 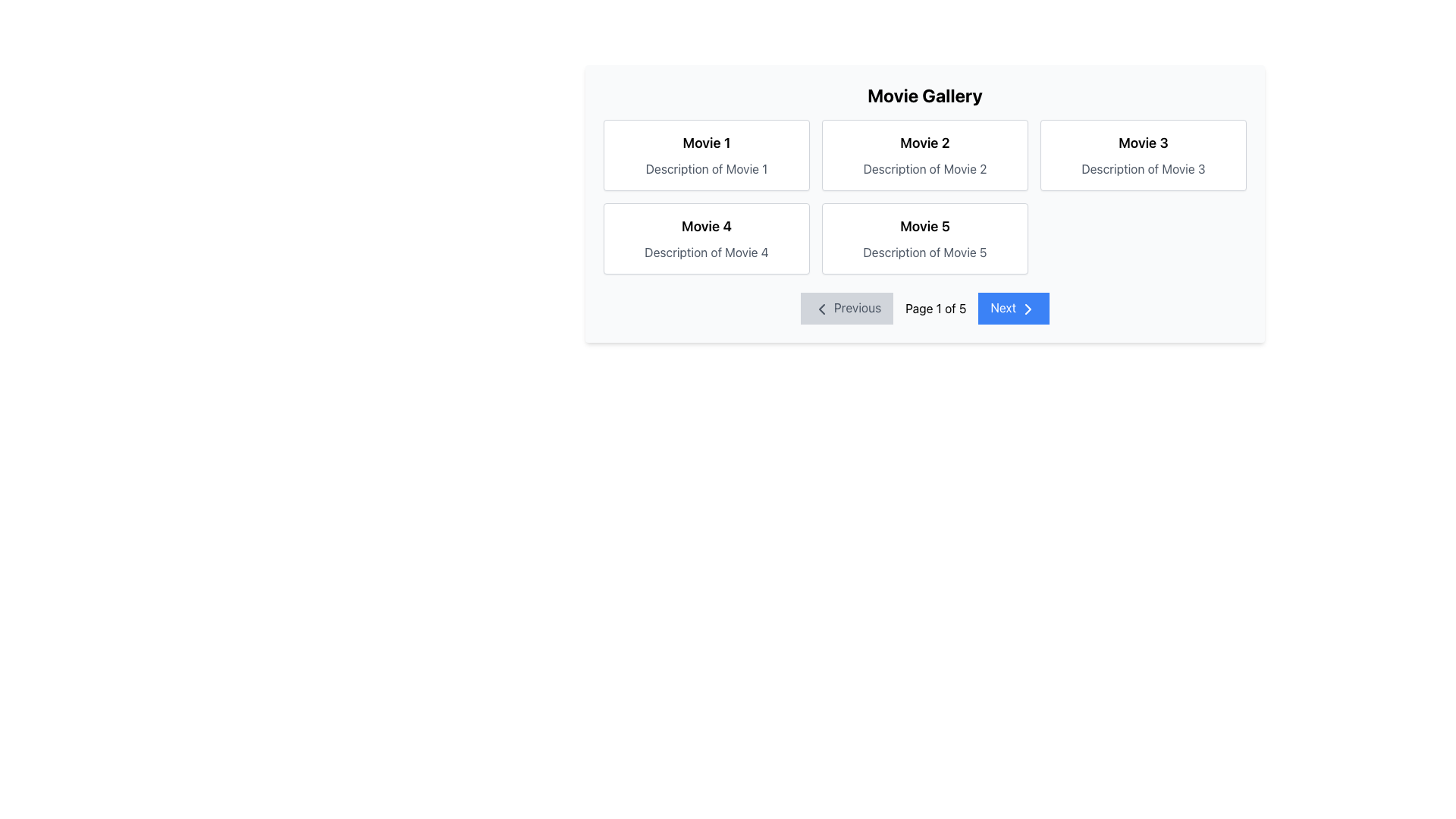 I want to click on the heading text for 'Movie 4' located in the second row, first column of the grid layout, so click(x=705, y=227).